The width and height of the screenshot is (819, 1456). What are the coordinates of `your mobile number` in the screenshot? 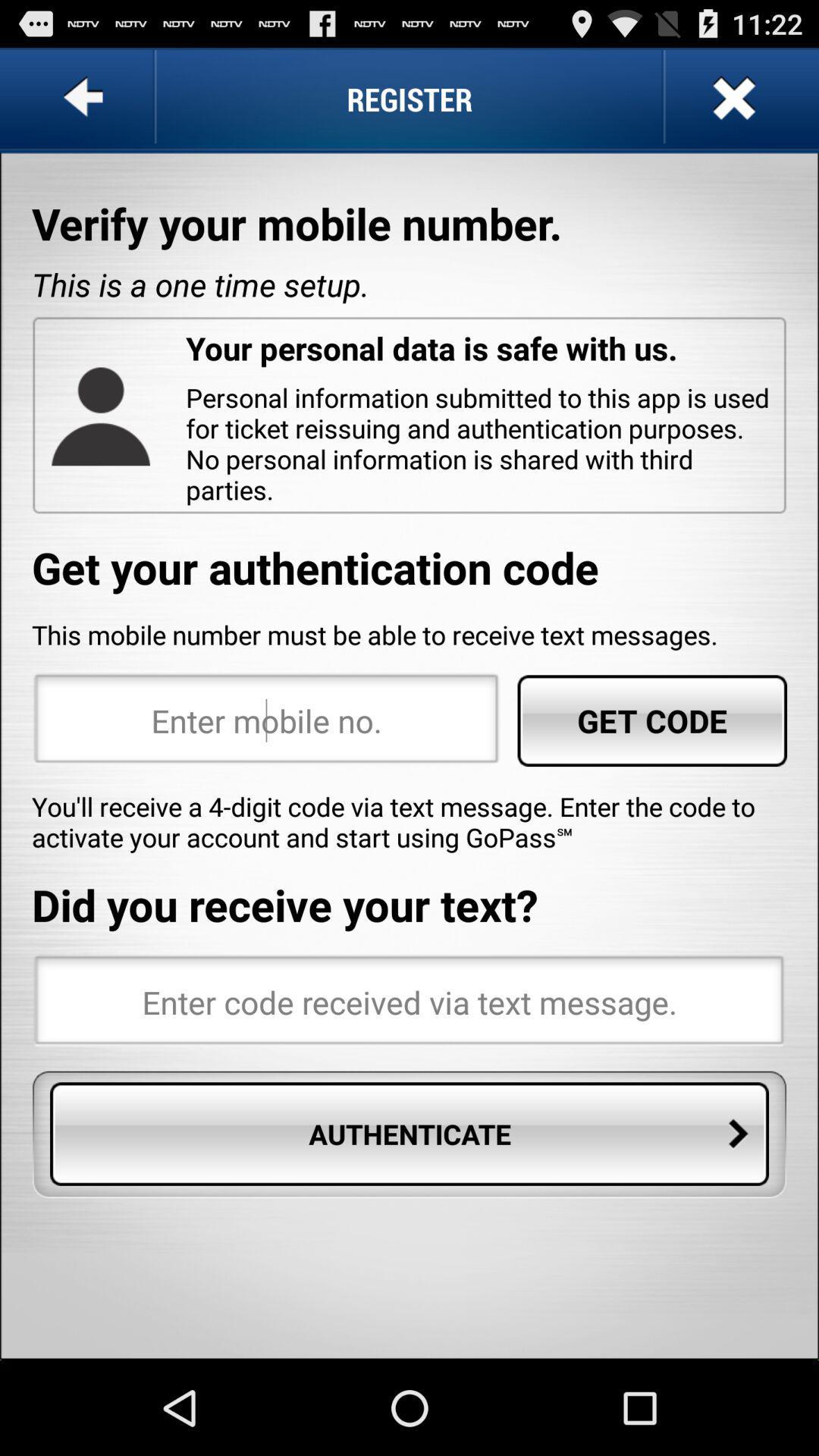 It's located at (265, 720).